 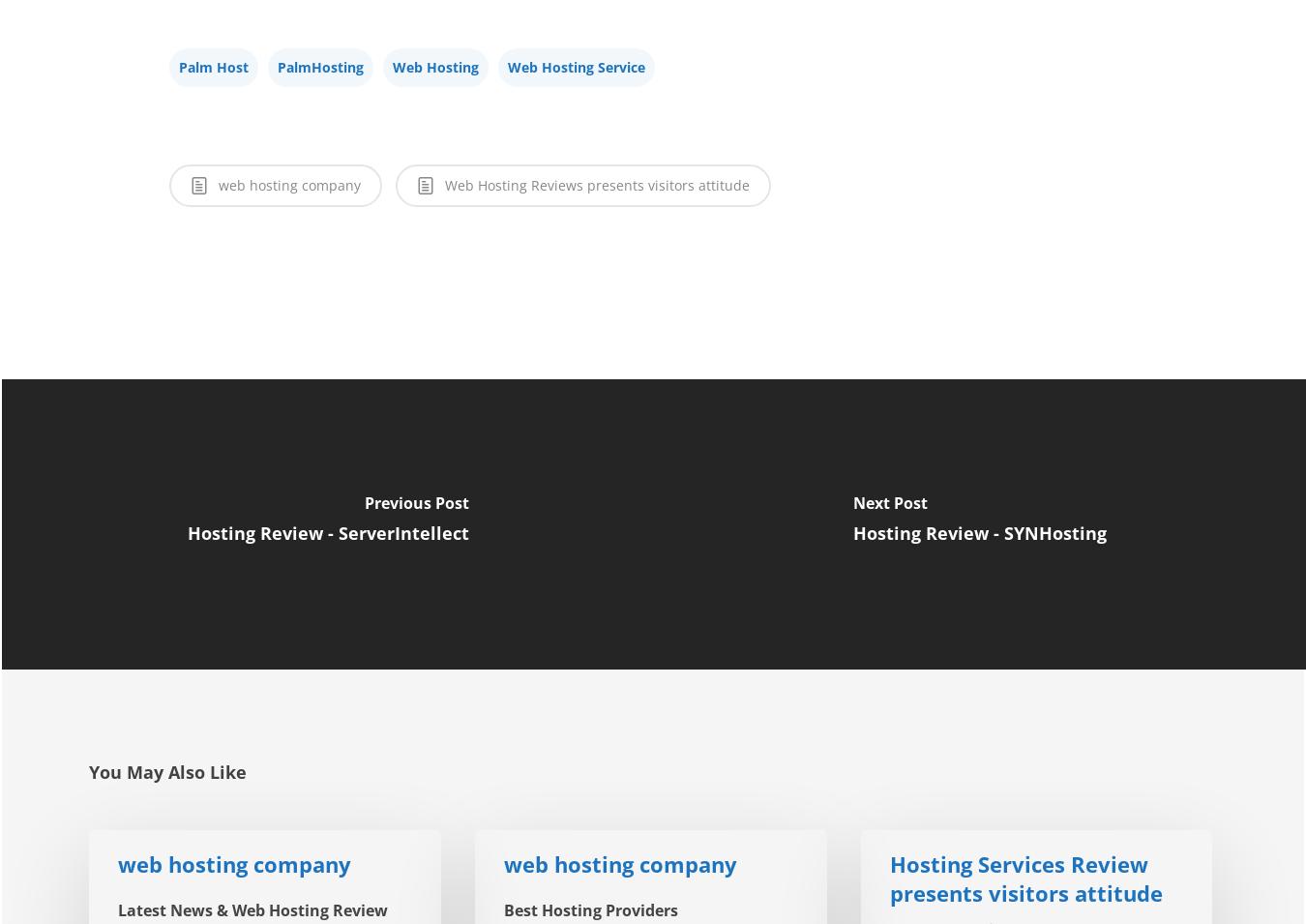 What do you see at coordinates (577, 65) in the screenshot?
I see `'Web Hosting Service'` at bounding box center [577, 65].